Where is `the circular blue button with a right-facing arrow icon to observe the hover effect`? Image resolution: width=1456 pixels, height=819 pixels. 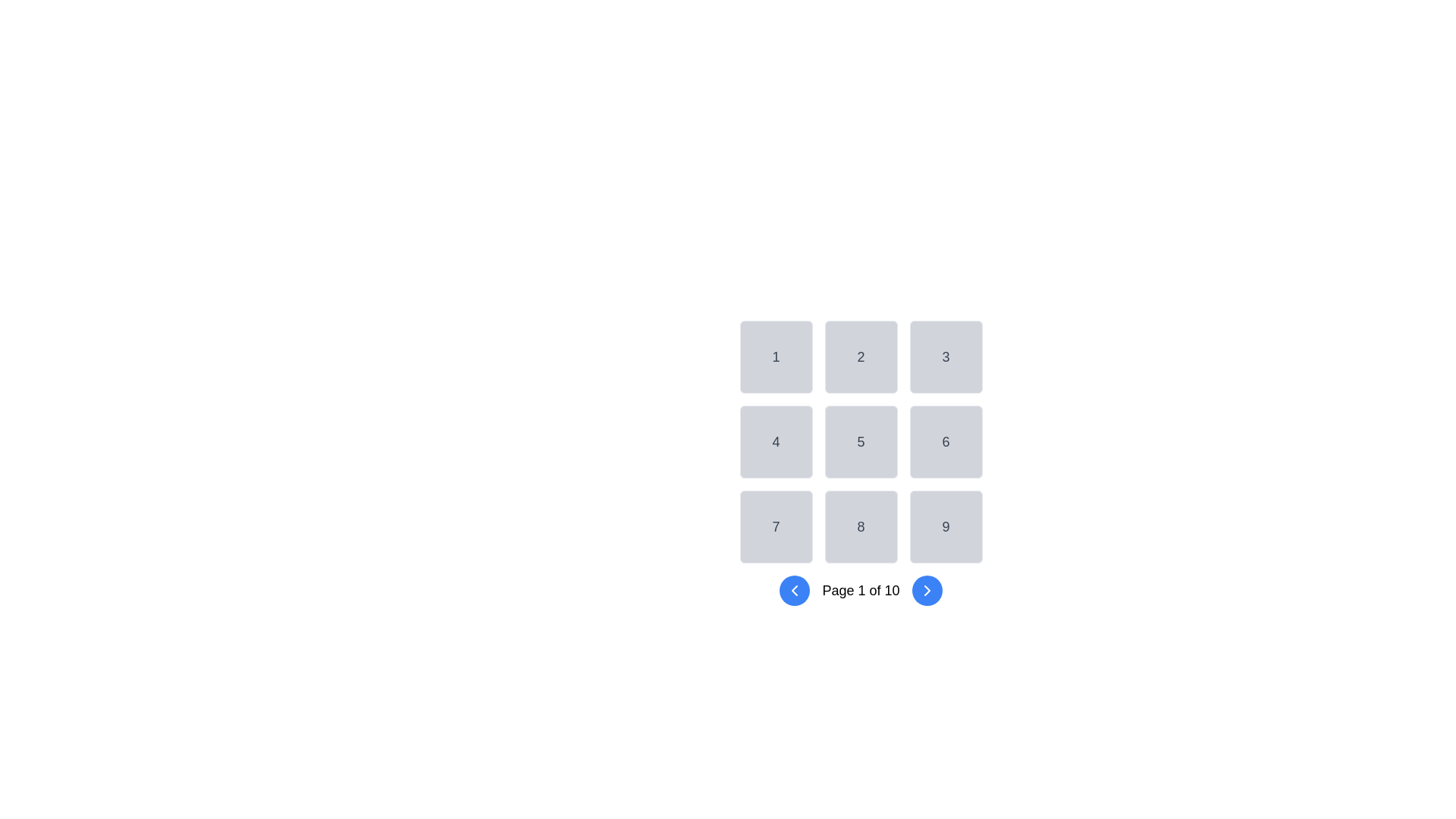
the circular blue button with a right-facing arrow icon to observe the hover effect is located at coordinates (926, 590).